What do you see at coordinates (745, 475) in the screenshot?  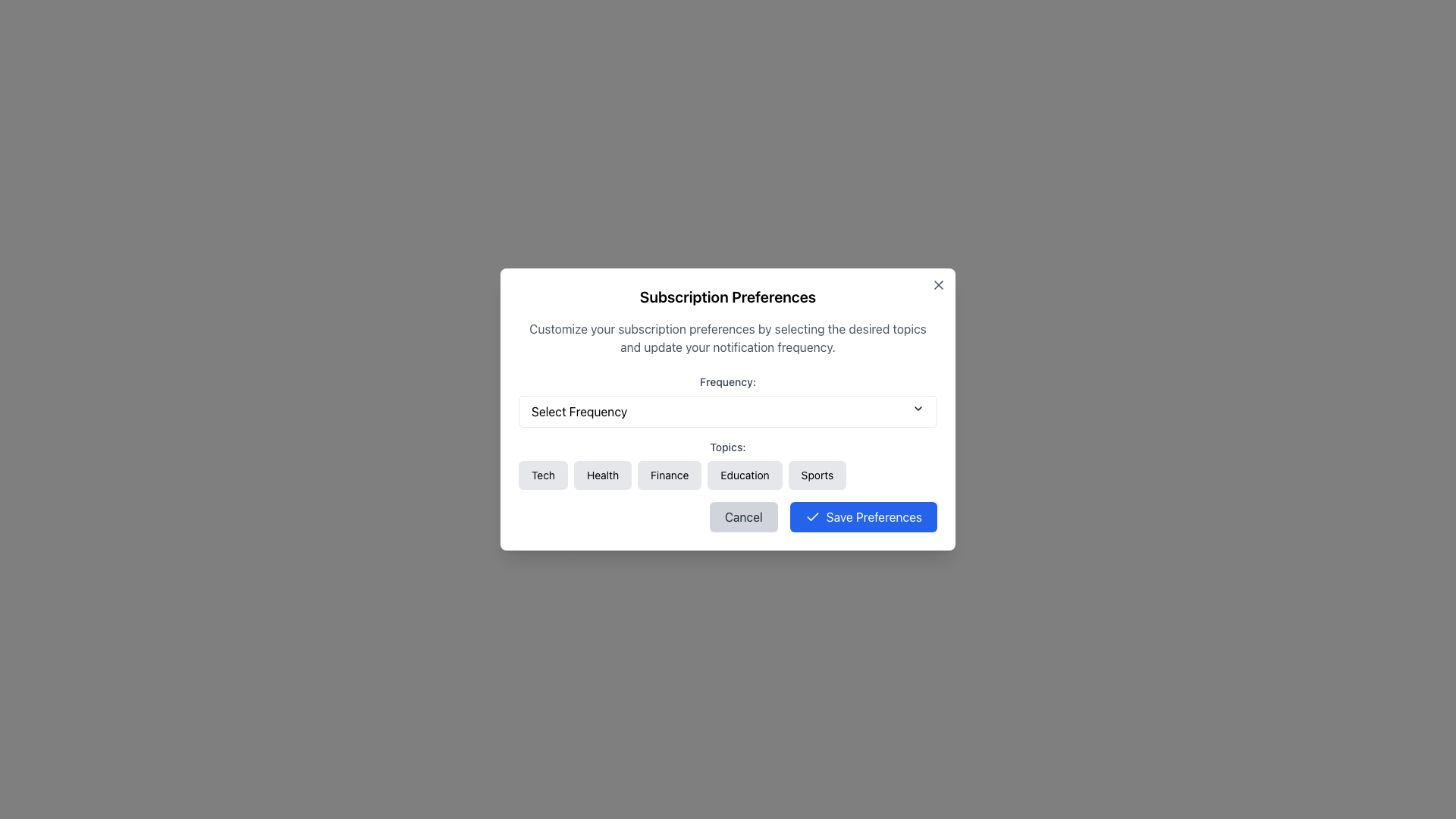 I see `the 'Education' button, which is a rectangular button with a light gray background and located as the fourth button in a horizontal row of topic buttons` at bounding box center [745, 475].